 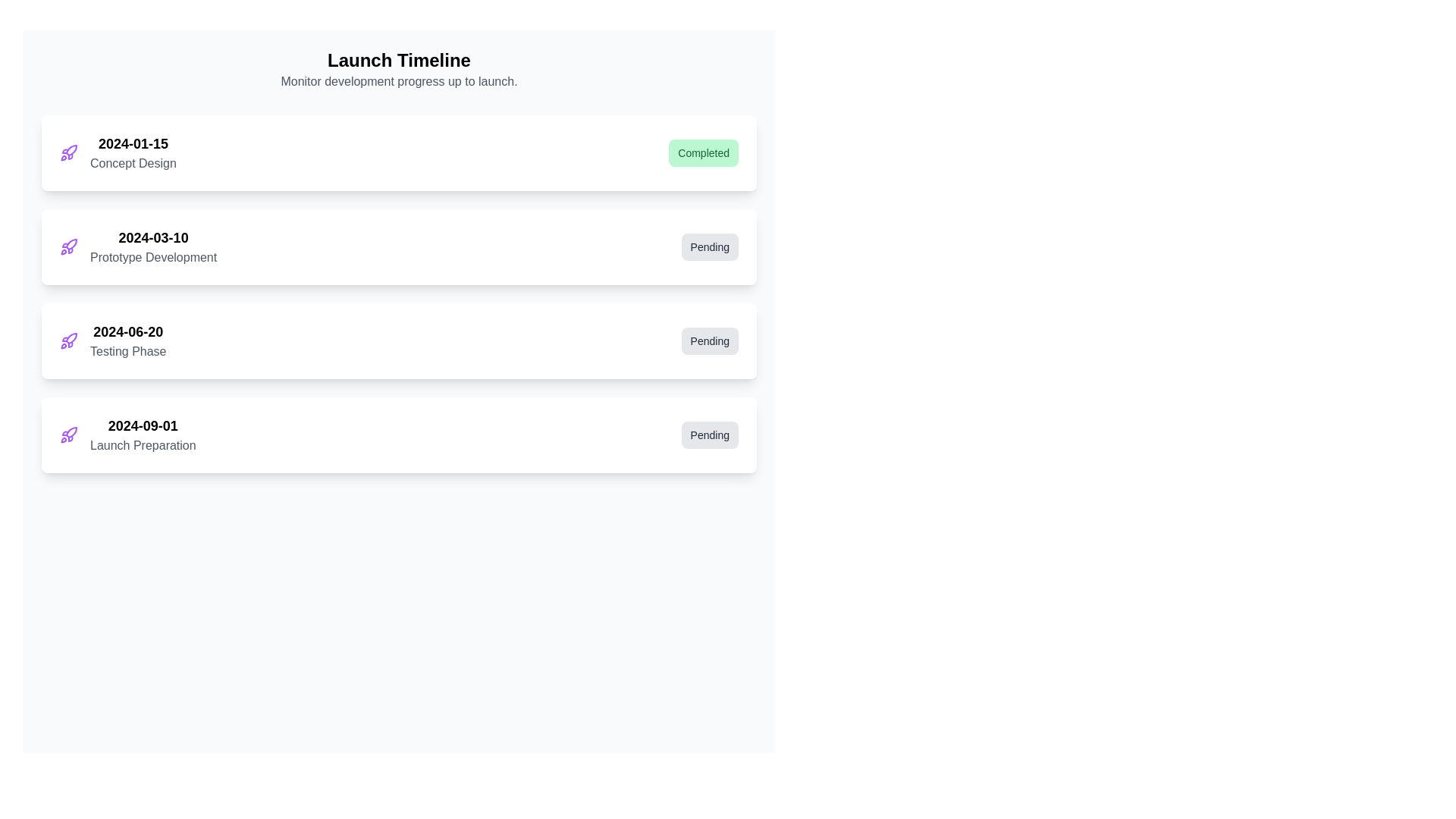 I want to click on the small purple rocket icon that is styled in modern line art design, positioned to the left of the date '2024-01-15', so click(x=68, y=152).